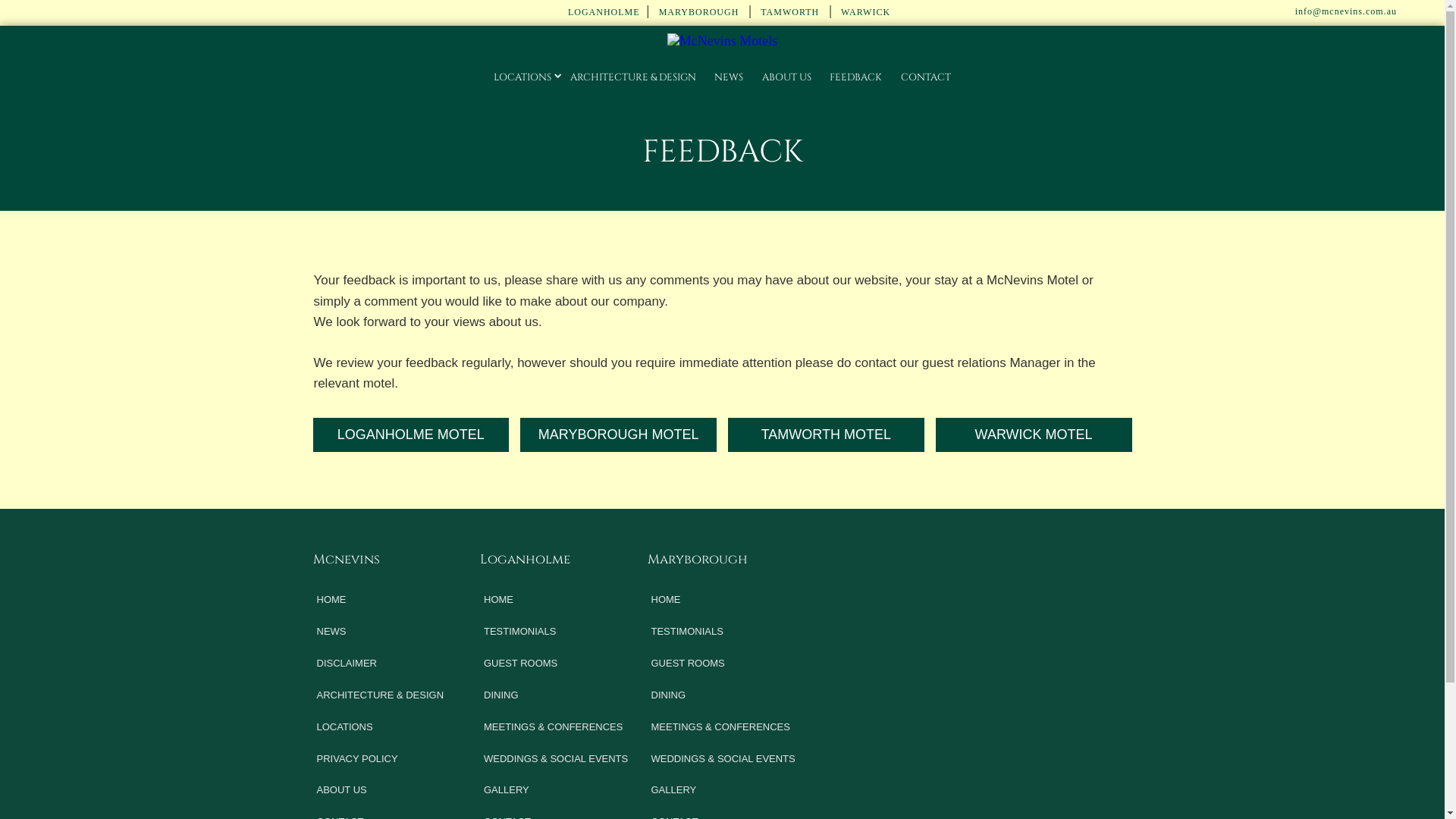  Describe the element at coordinates (862, 11) in the screenshot. I see `'  WARWICK'` at that location.